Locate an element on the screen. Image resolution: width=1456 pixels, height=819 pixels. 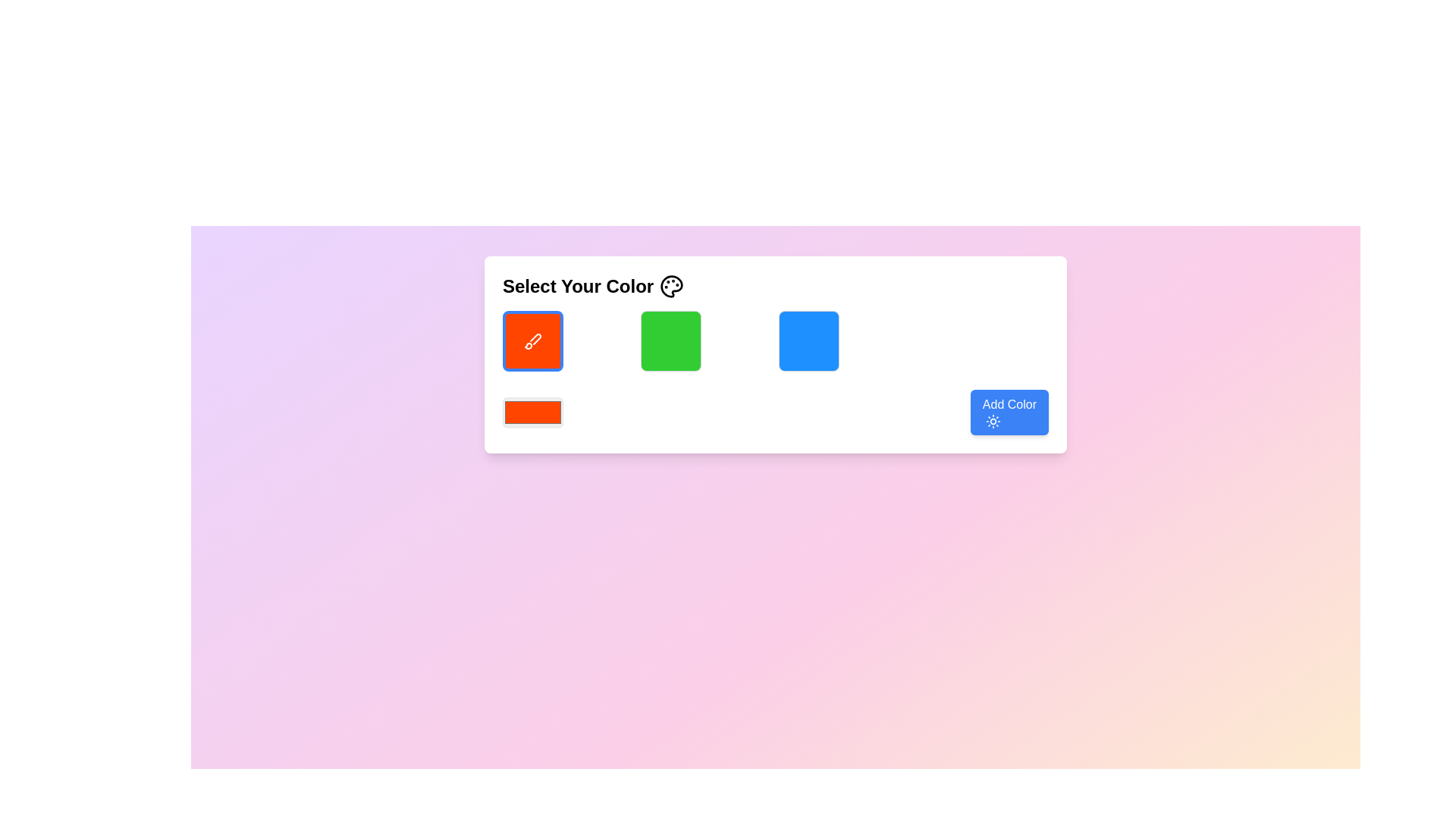
the orange color selection button located in the first position of the four-column grid layout is located at coordinates (532, 341).